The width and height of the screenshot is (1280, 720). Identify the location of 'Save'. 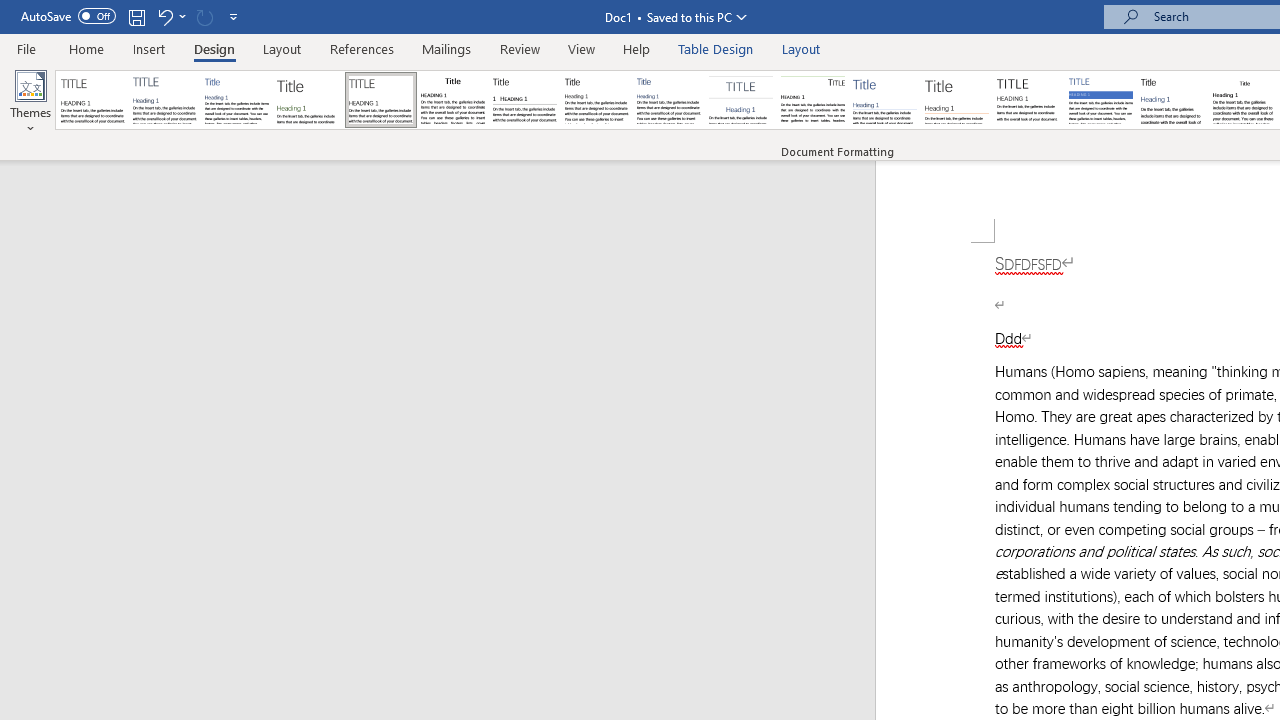
(135, 16).